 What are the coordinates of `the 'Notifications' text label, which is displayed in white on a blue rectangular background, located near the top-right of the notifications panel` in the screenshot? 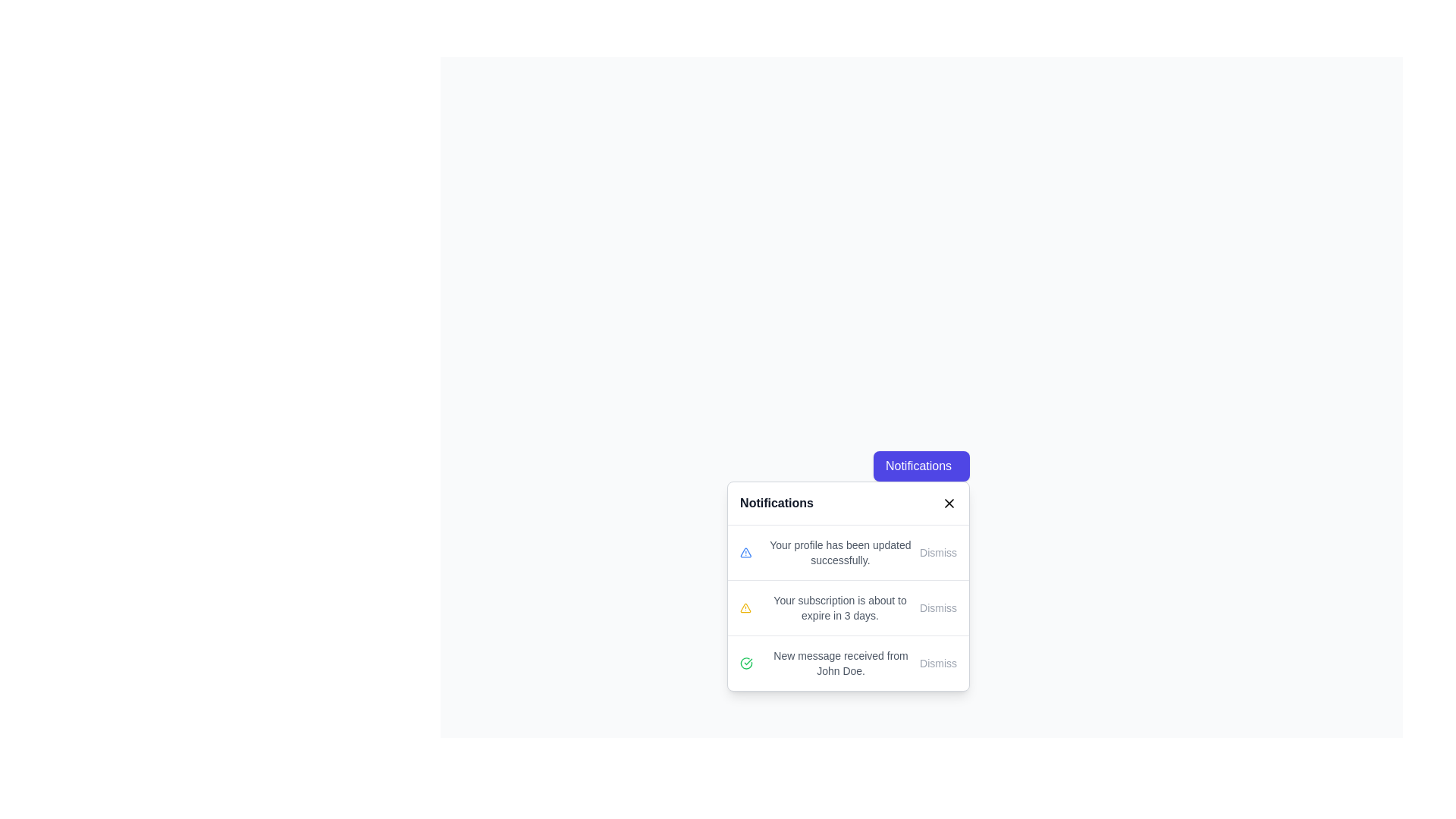 It's located at (918, 465).